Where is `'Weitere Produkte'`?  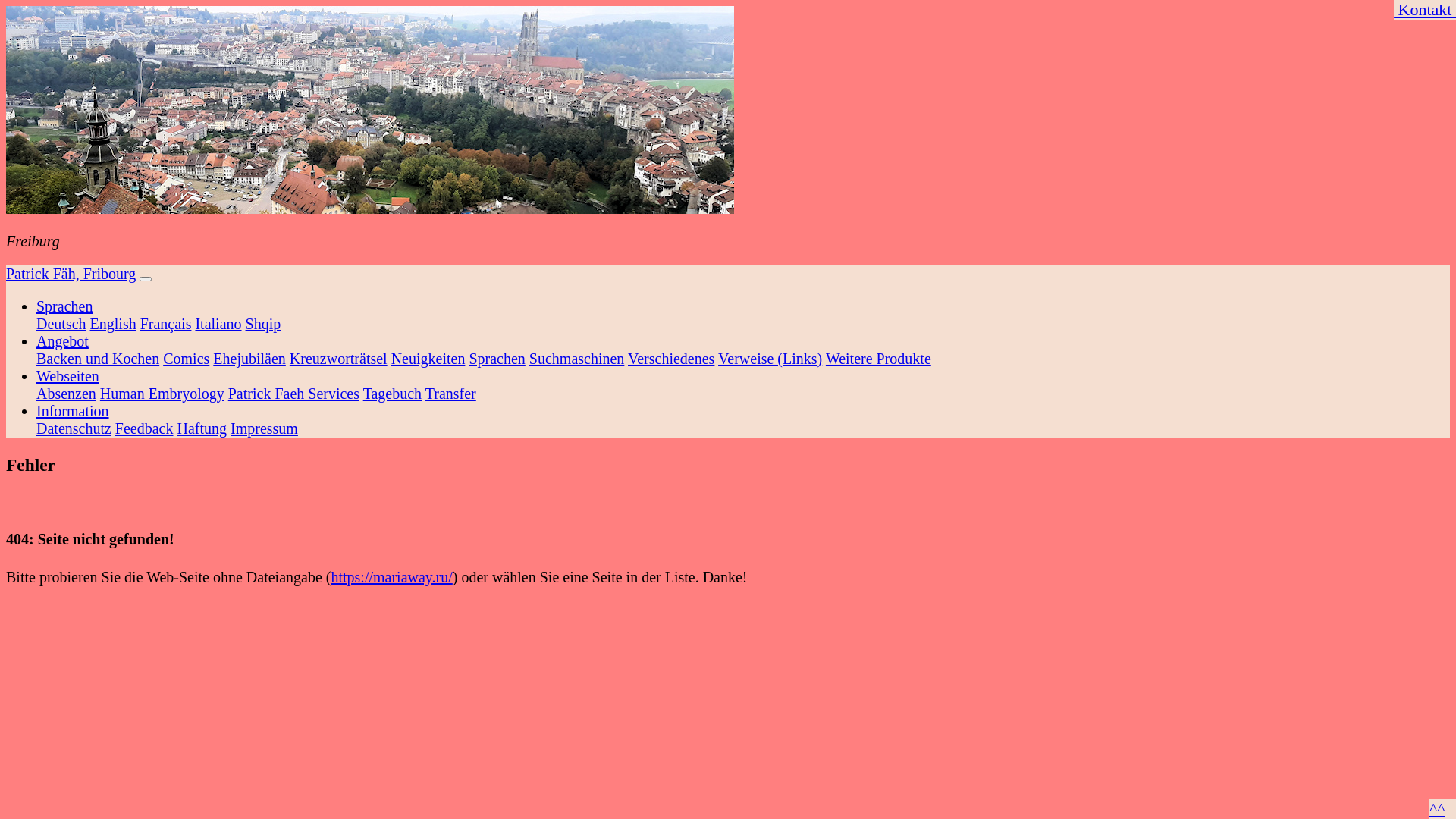 'Weitere Produkte' is located at coordinates (878, 359).